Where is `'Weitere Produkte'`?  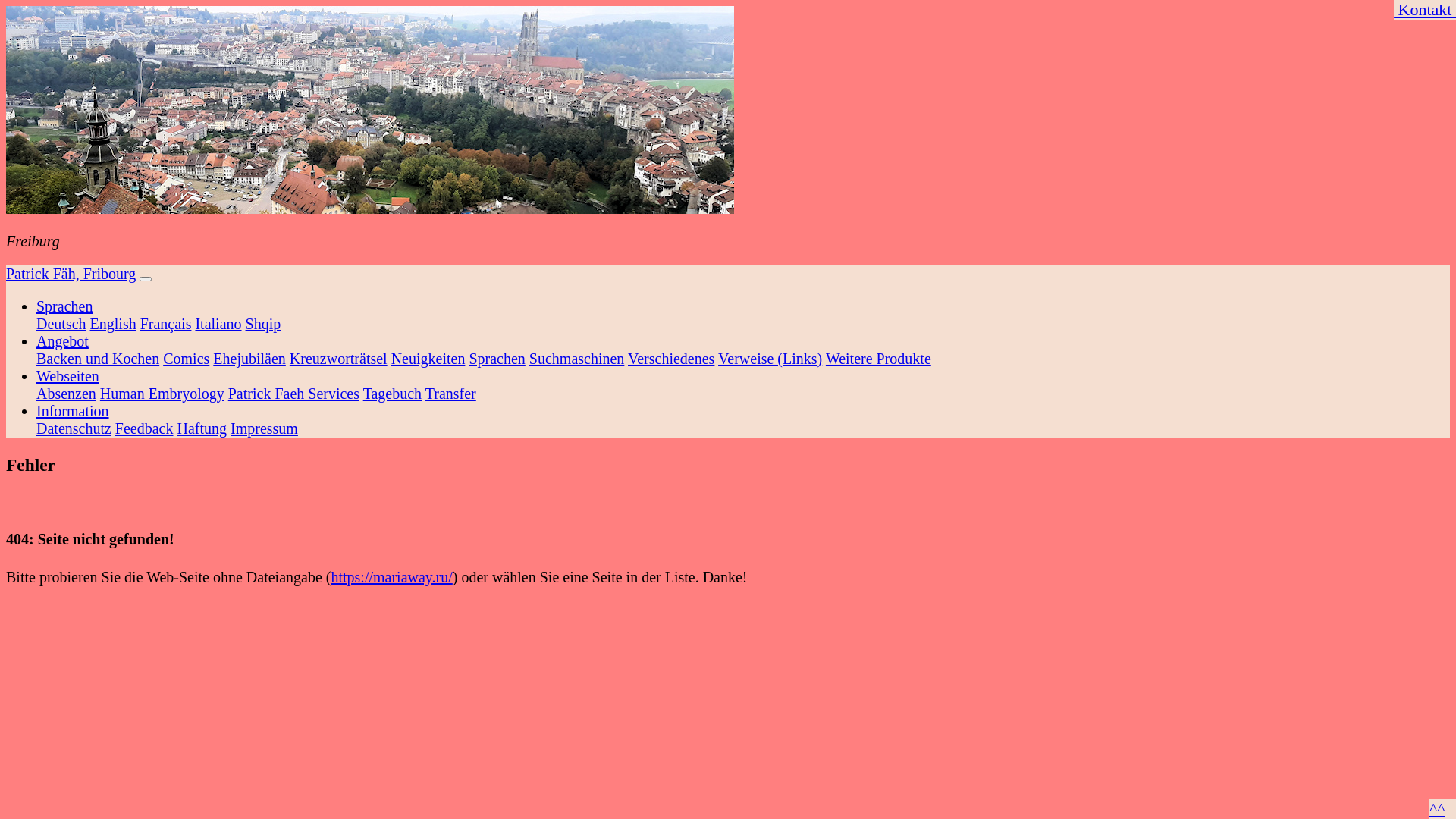 'Weitere Produkte' is located at coordinates (878, 359).